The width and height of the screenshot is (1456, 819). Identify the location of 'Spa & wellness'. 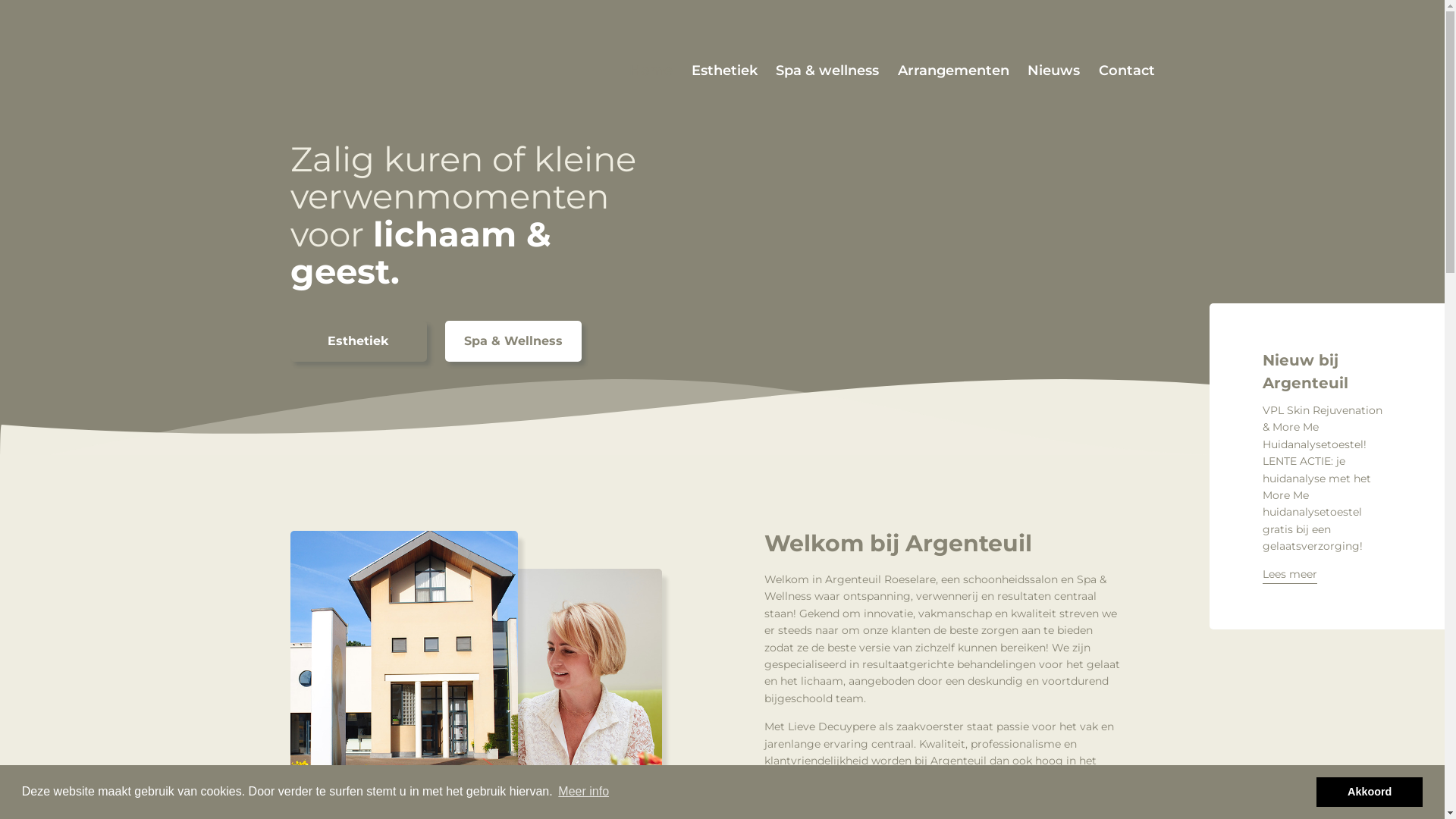
(826, 71).